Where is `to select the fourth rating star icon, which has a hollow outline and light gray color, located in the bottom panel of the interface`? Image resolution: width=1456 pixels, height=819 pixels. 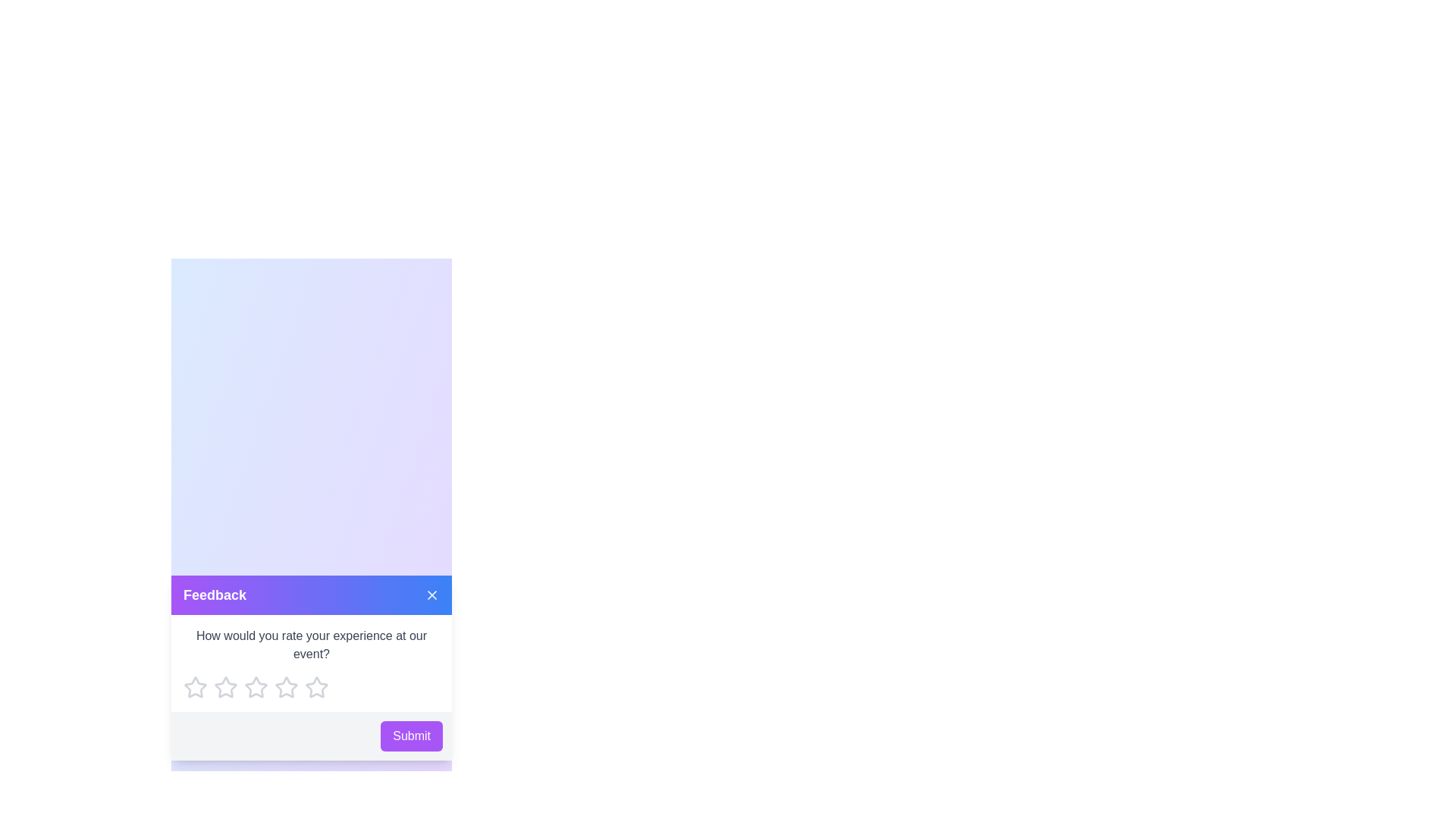 to select the fourth rating star icon, which has a hollow outline and light gray color, located in the bottom panel of the interface is located at coordinates (287, 687).